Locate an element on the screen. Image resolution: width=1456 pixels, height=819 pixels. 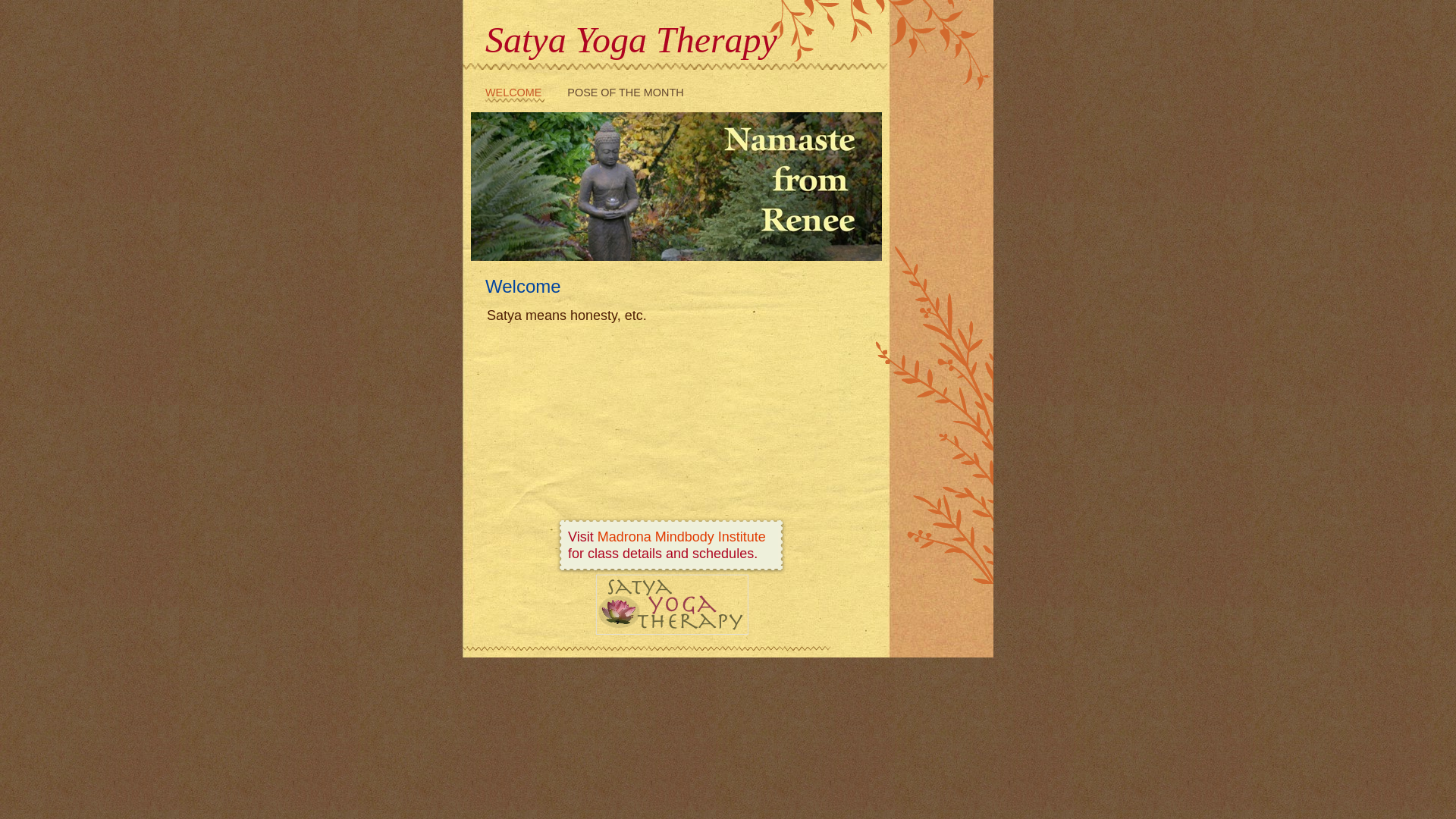
'POSE OF THE MONTH' is located at coordinates (566, 94).